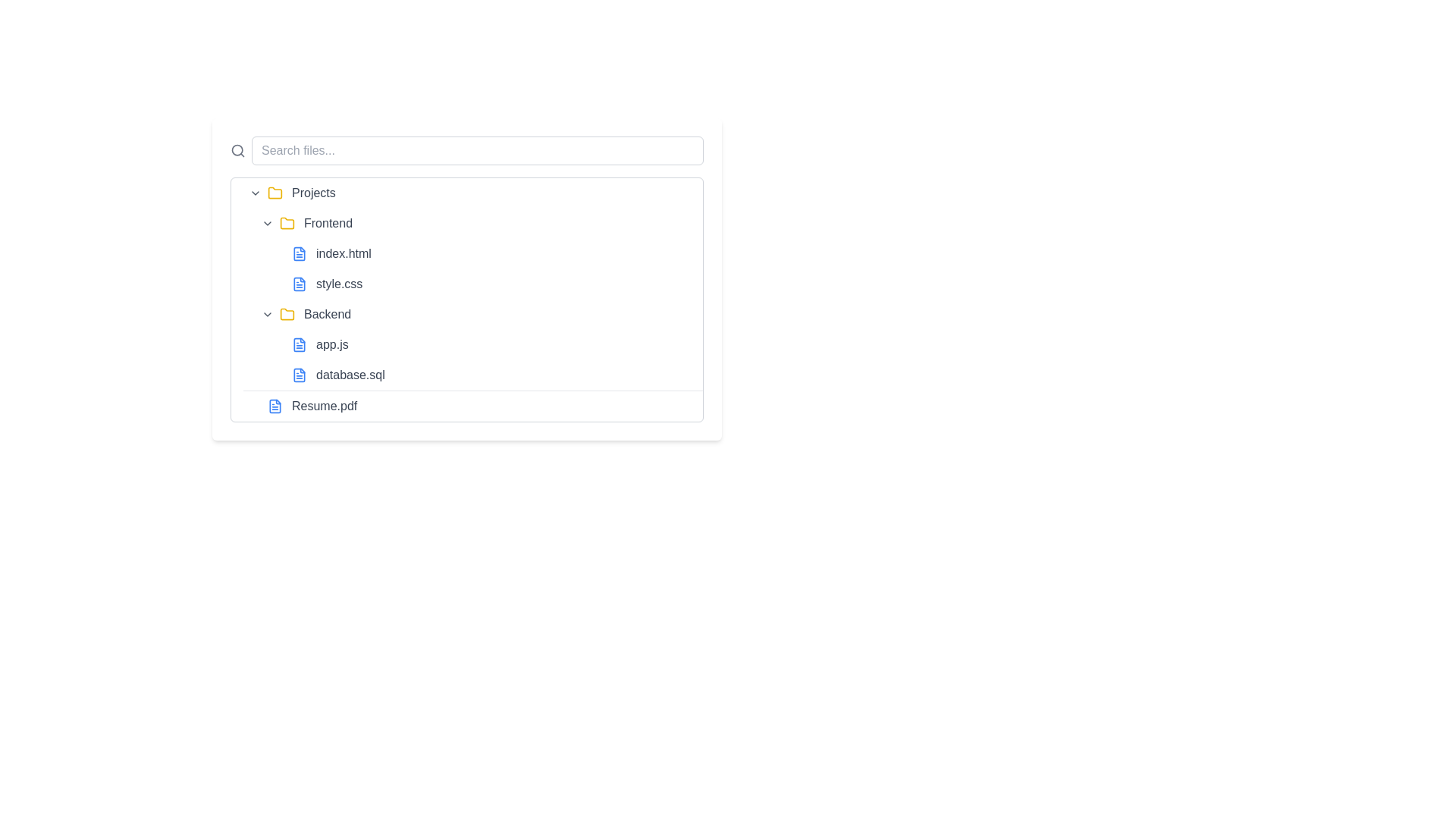 The image size is (1456, 819). What do you see at coordinates (275, 192) in the screenshot?
I see `the folder icon located in the navigation panel to the left of the 'Projects' text, which visually represents a collapsible section` at bounding box center [275, 192].